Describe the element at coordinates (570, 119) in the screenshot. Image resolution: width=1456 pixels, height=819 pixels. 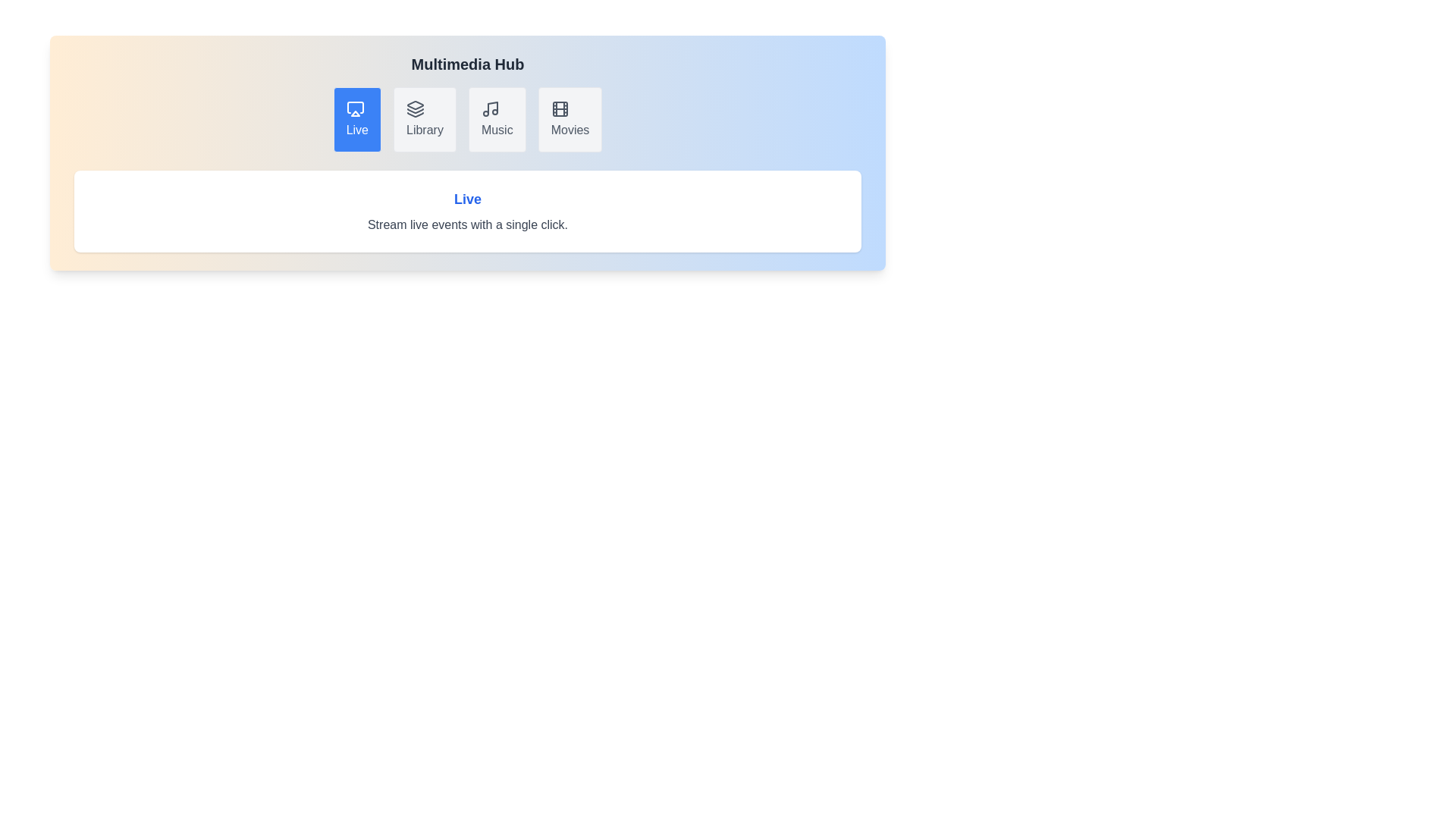
I see `the tab labeled Movies to view its content` at that location.